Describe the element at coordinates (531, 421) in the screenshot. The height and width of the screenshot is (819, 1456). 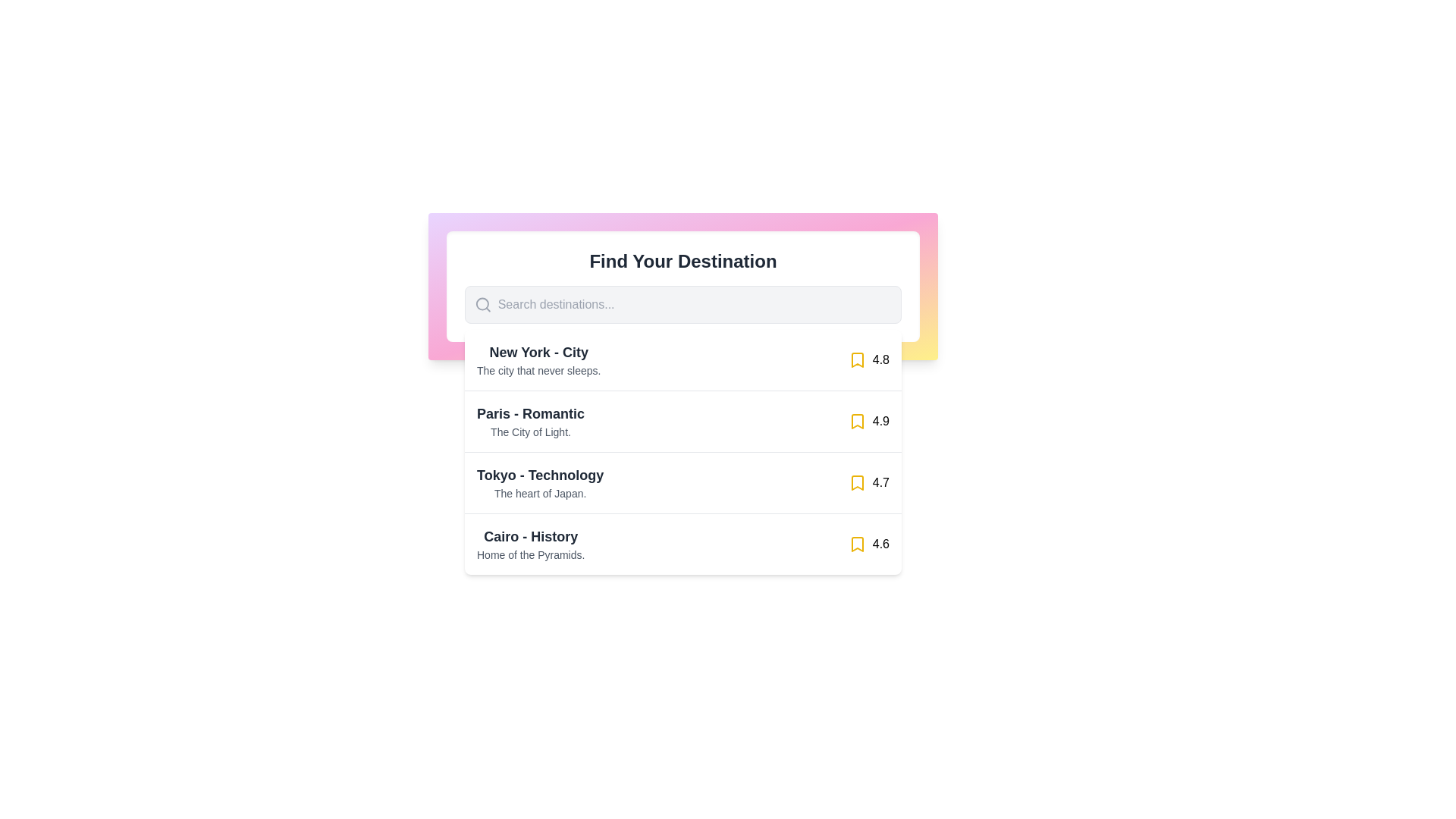
I see `the travel destination text display that provides information about the destination name and tagline, positioned between 'New York - City' and 'Tokyo - Technology'` at that location.